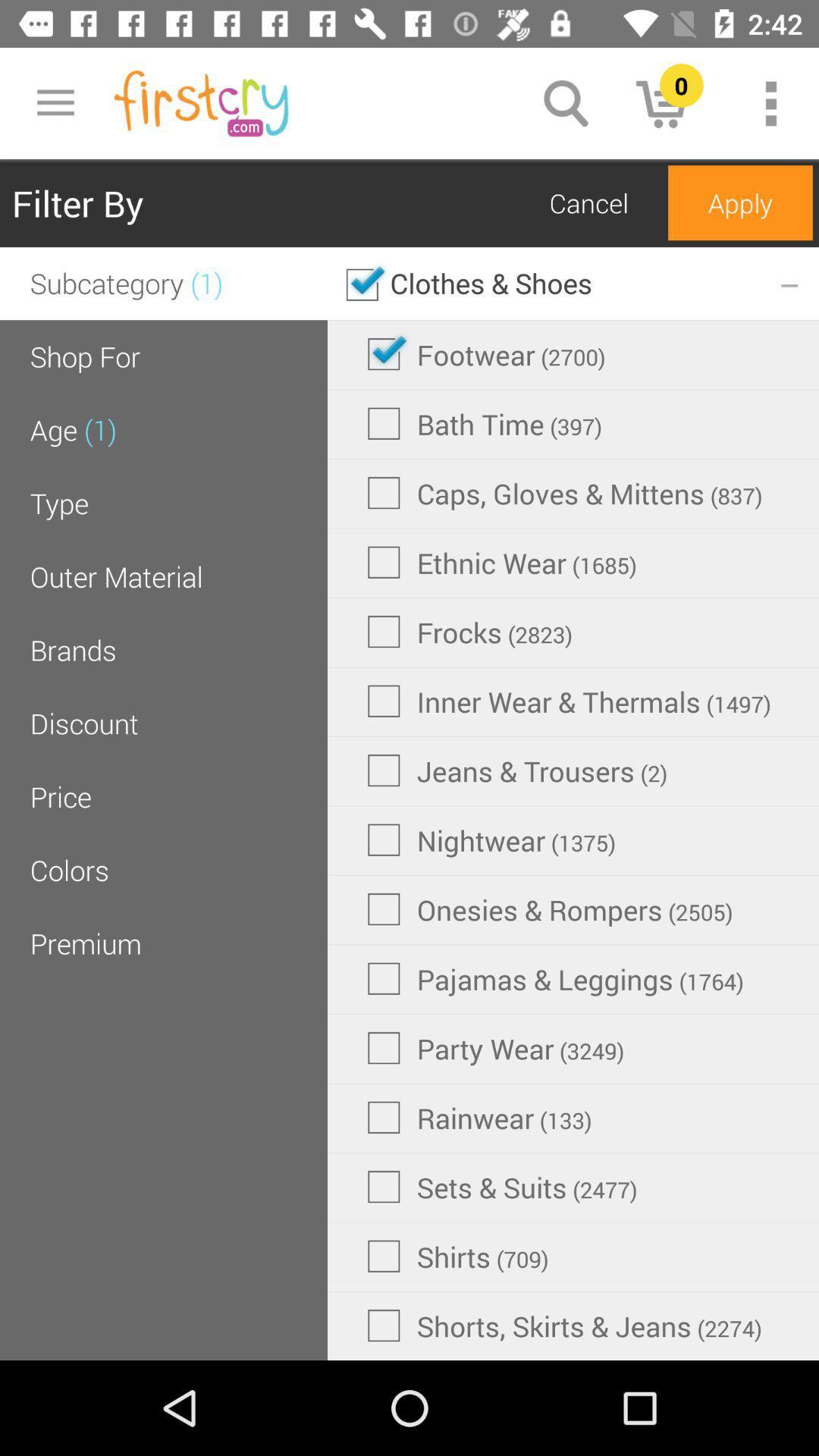 This screenshot has height=1456, width=819. I want to click on icon below bath time (397), so click(565, 493).